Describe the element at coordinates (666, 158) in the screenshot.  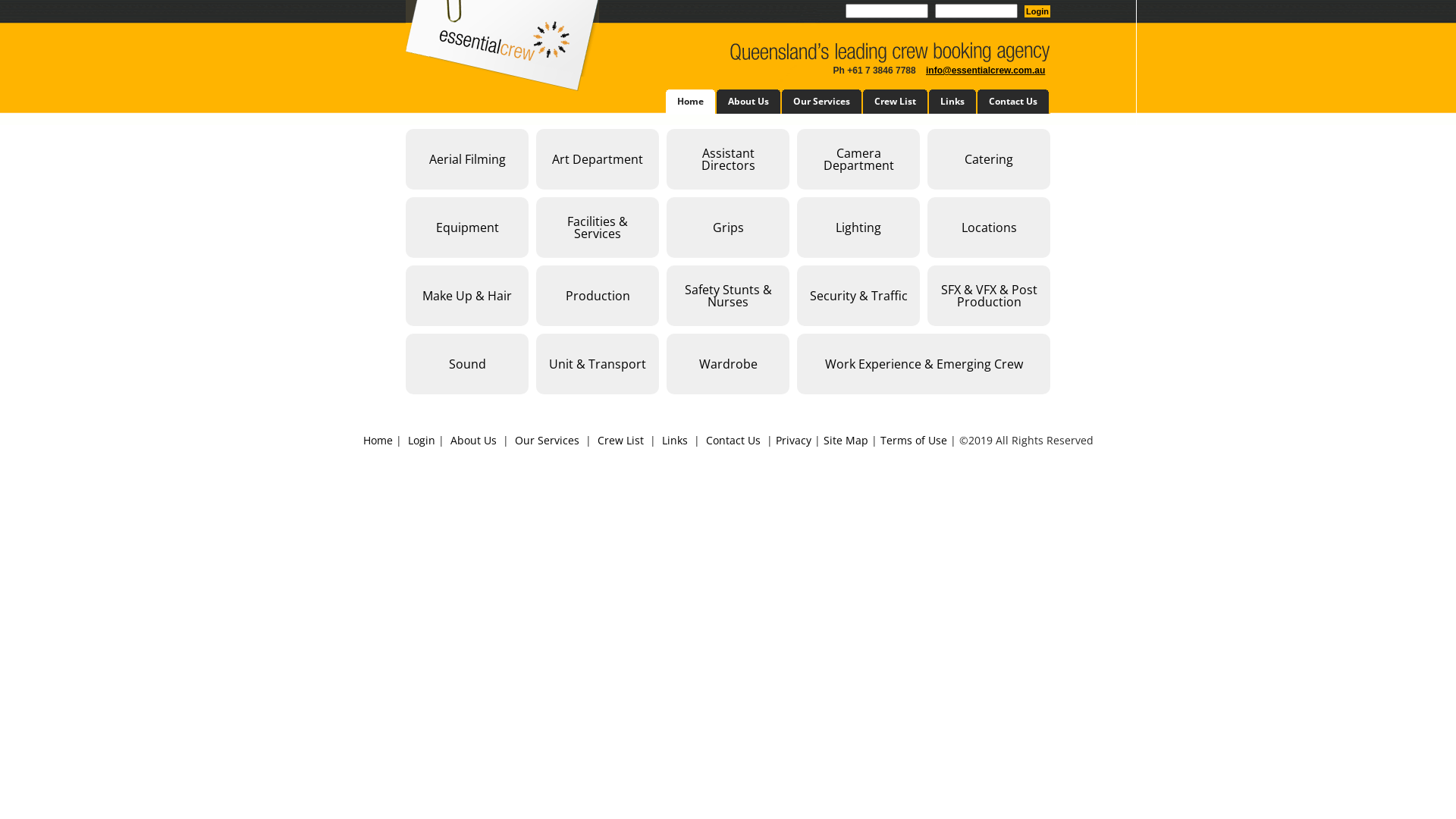
I see `'Assistant Directors'` at that location.